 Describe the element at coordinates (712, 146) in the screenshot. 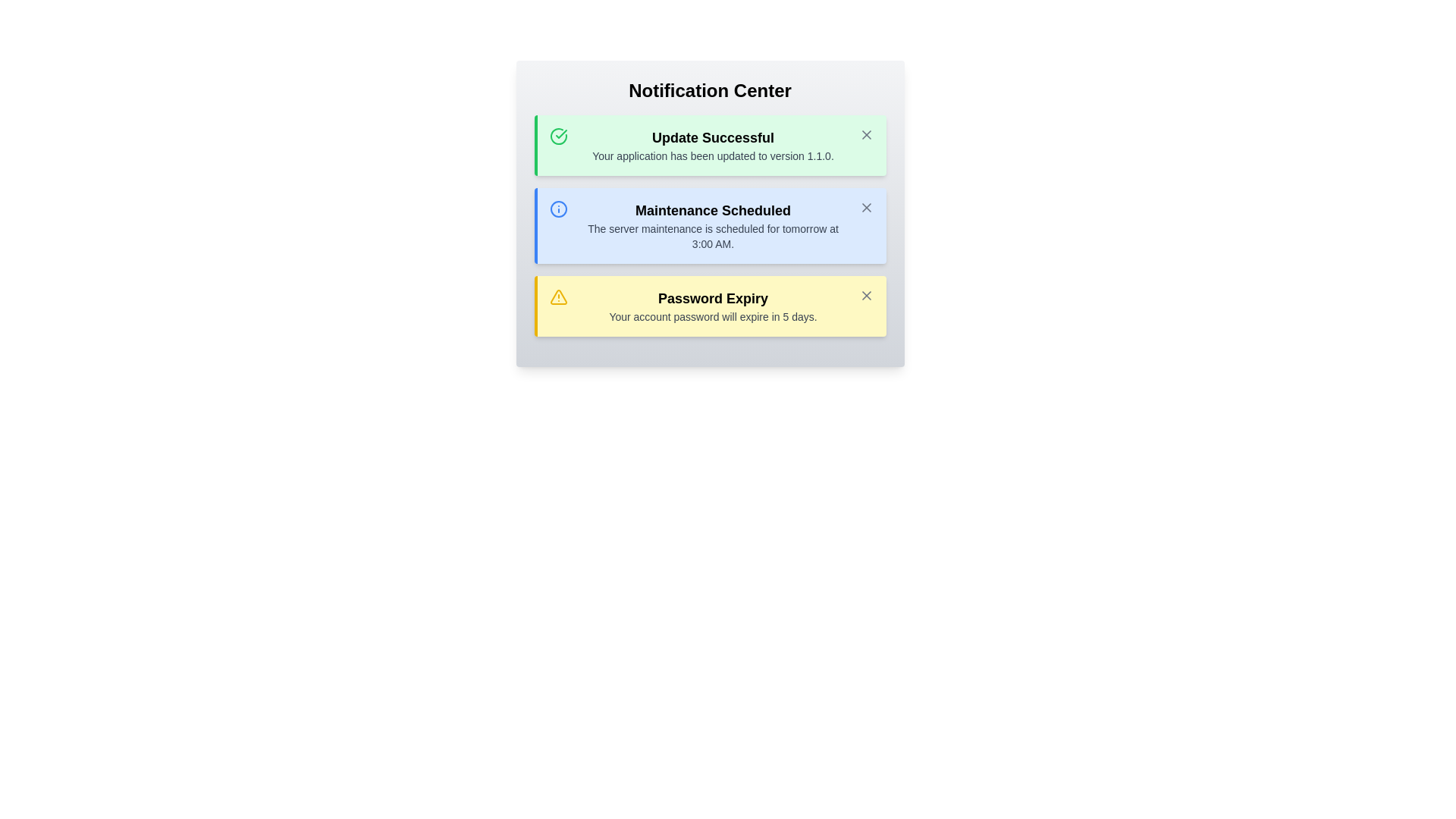

I see `the informational message that states 'Update Successful' with a smaller line 'Your application has been updated to version 1.1.0.' inside the green notification box` at that location.